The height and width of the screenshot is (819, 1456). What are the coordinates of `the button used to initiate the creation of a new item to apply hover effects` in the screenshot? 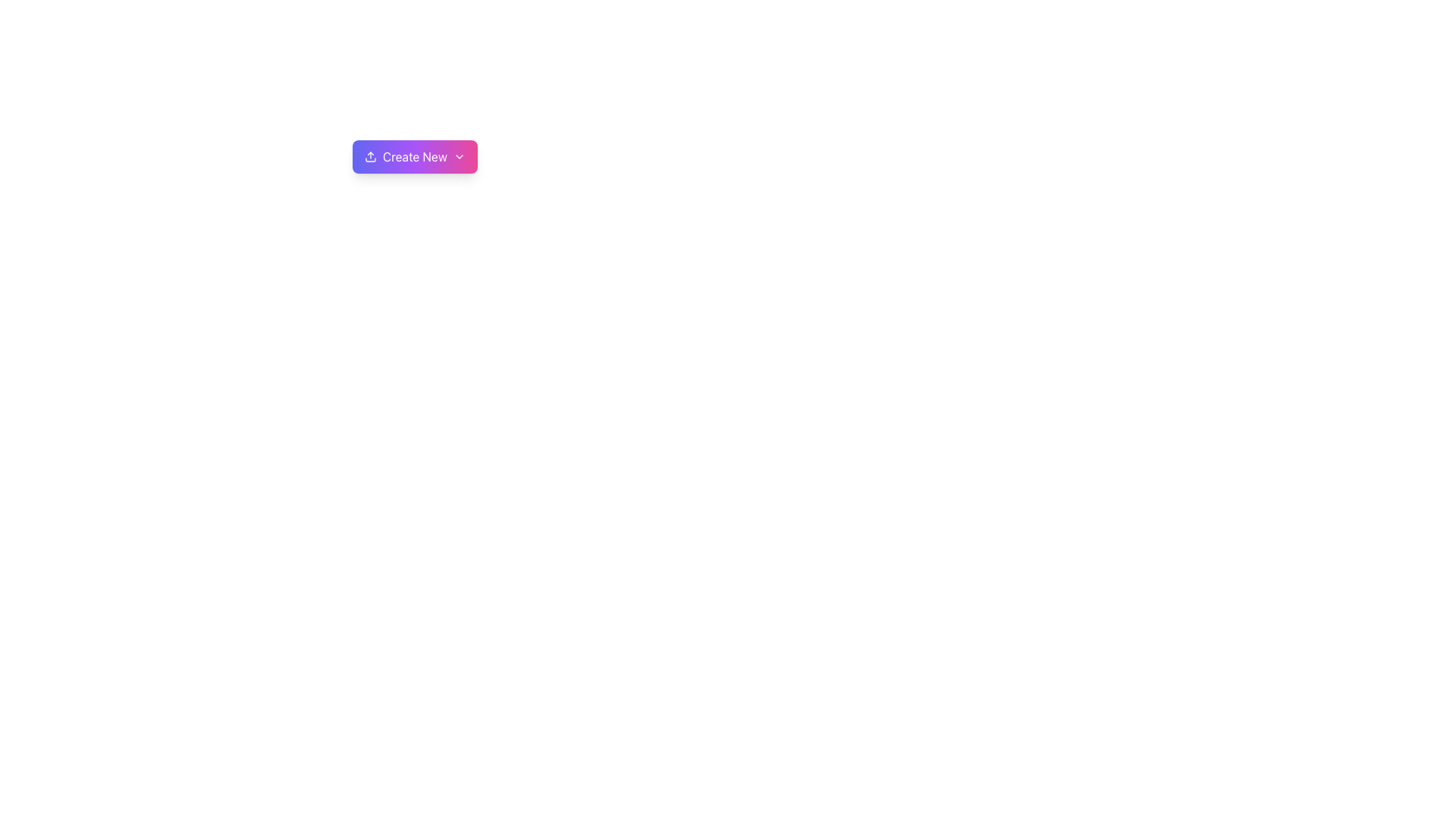 It's located at (415, 157).